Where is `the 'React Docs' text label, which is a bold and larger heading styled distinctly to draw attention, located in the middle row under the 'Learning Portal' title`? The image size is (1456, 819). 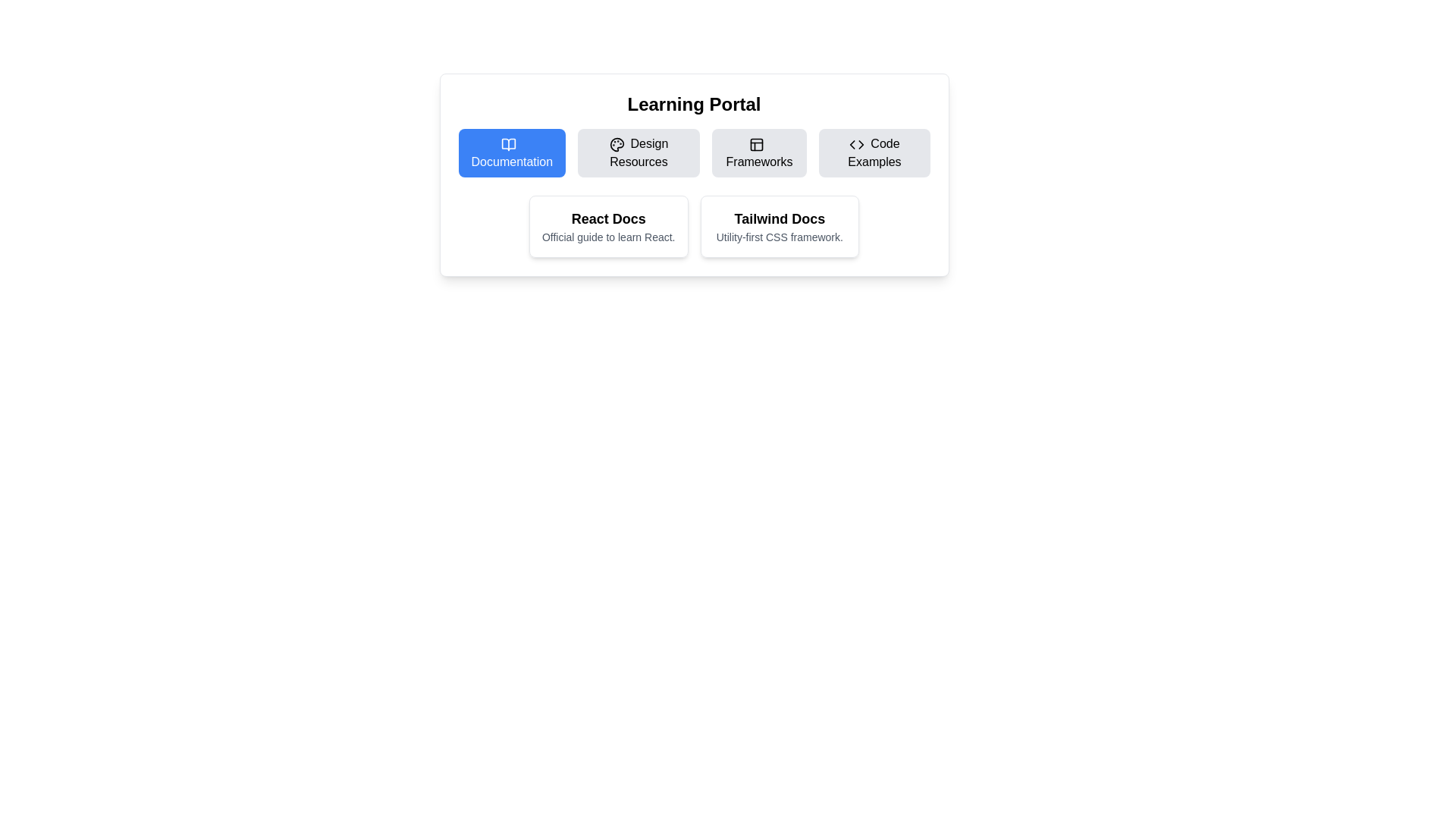 the 'React Docs' text label, which is a bold and larger heading styled distinctly to draw attention, located in the middle row under the 'Learning Portal' title is located at coordinates (608, 219).